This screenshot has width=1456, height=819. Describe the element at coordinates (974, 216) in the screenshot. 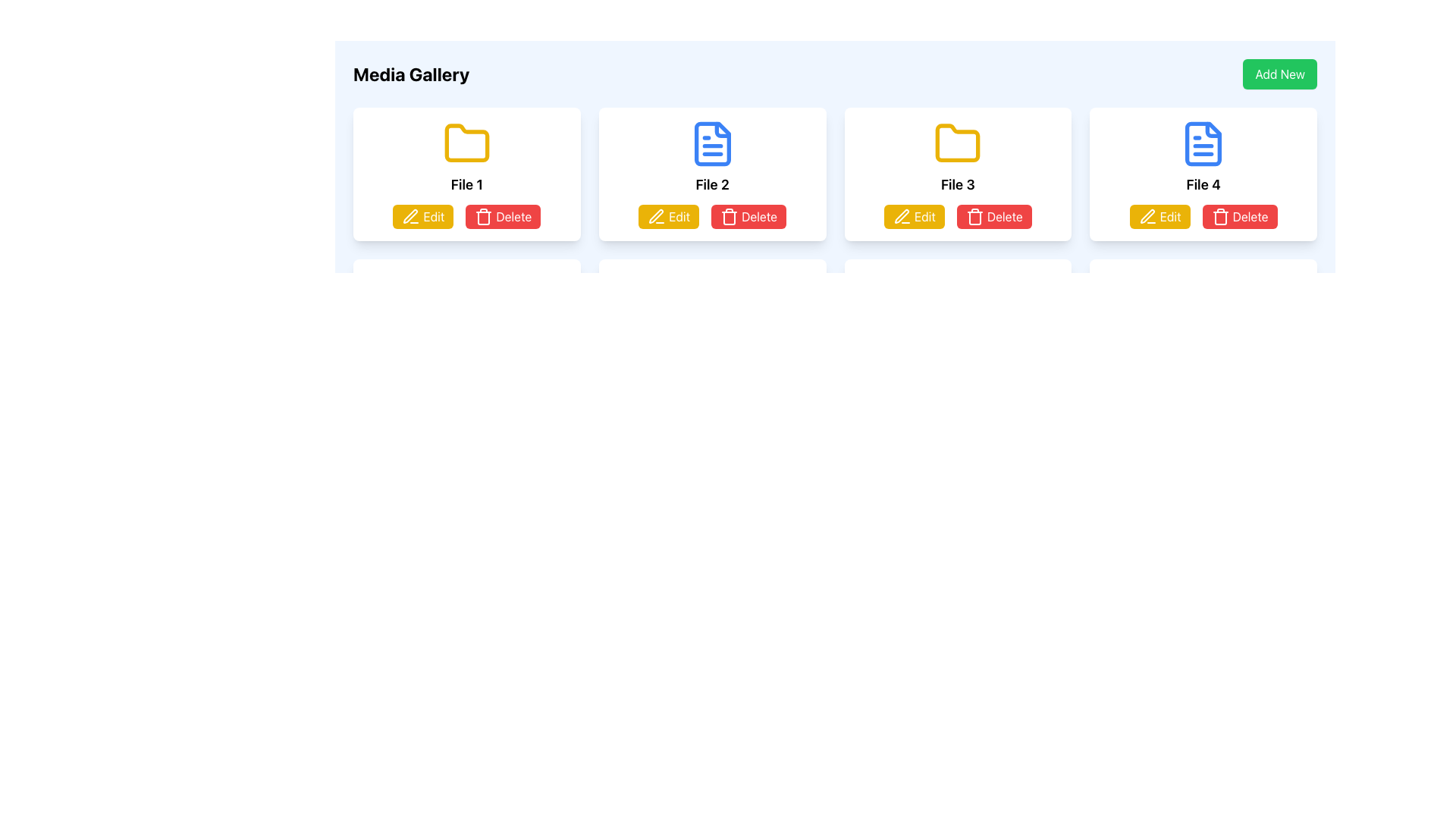

I see `the delete icon located on the left side of the red 'Delete' button, which is below the label 'File 3' in the third card of a horizontal row labeled 'File 1' to 'File 4'` at that location.